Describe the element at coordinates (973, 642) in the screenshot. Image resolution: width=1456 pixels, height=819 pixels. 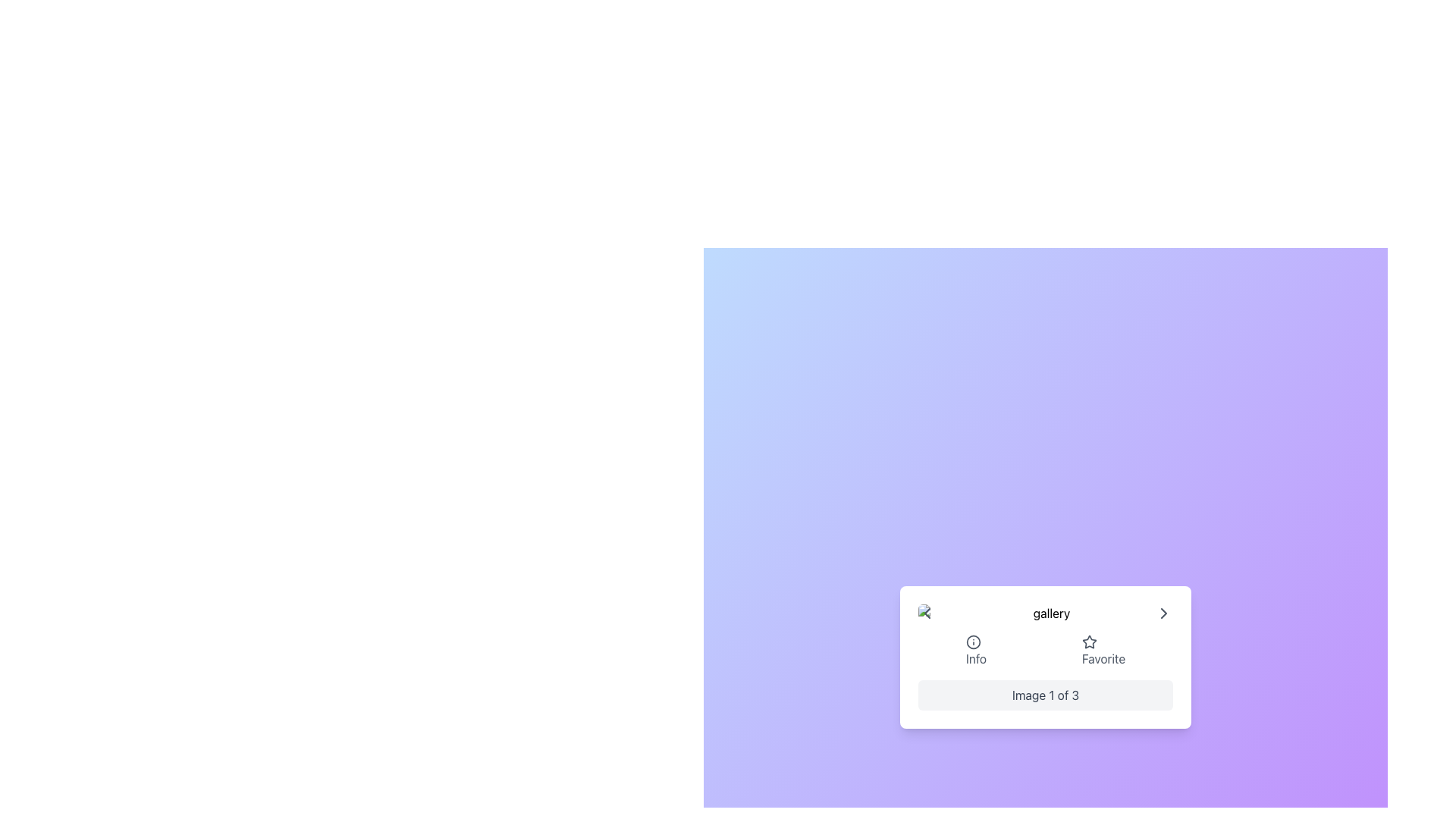
I see `the information icon located at the lower-left of the modal box in the interface, which provides additional details when interacted with` at that location.